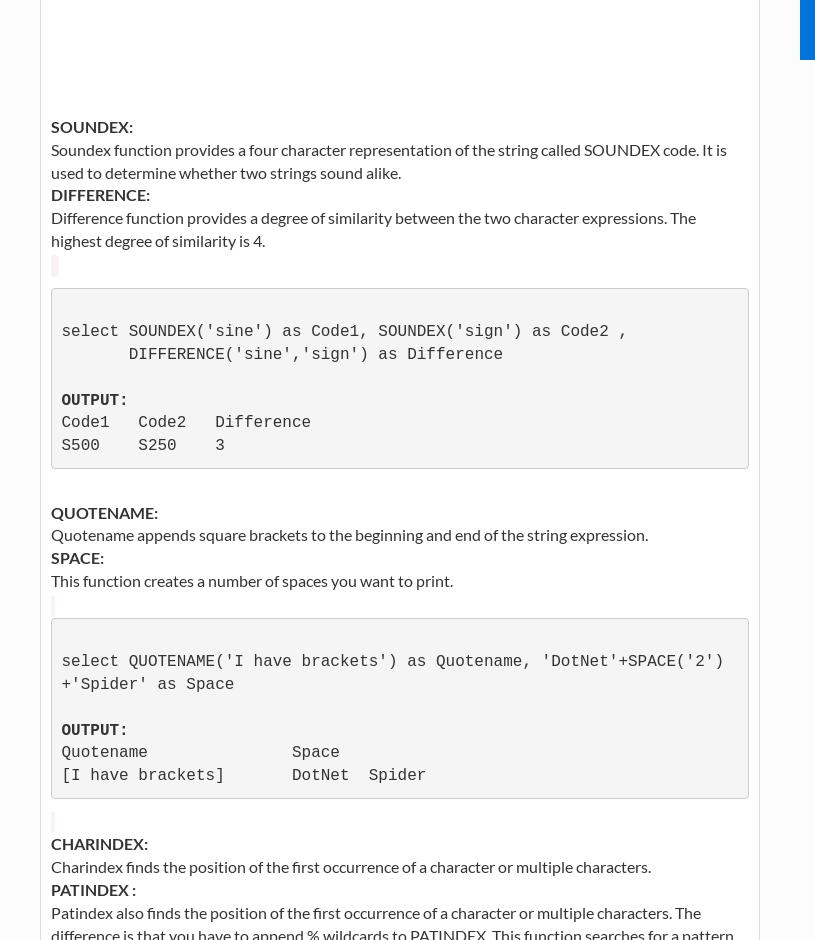  Describe the element at coordinates (243, 774) in the screenshot. I see `'[I have brackets]	DotNet  Spider'` at that location.